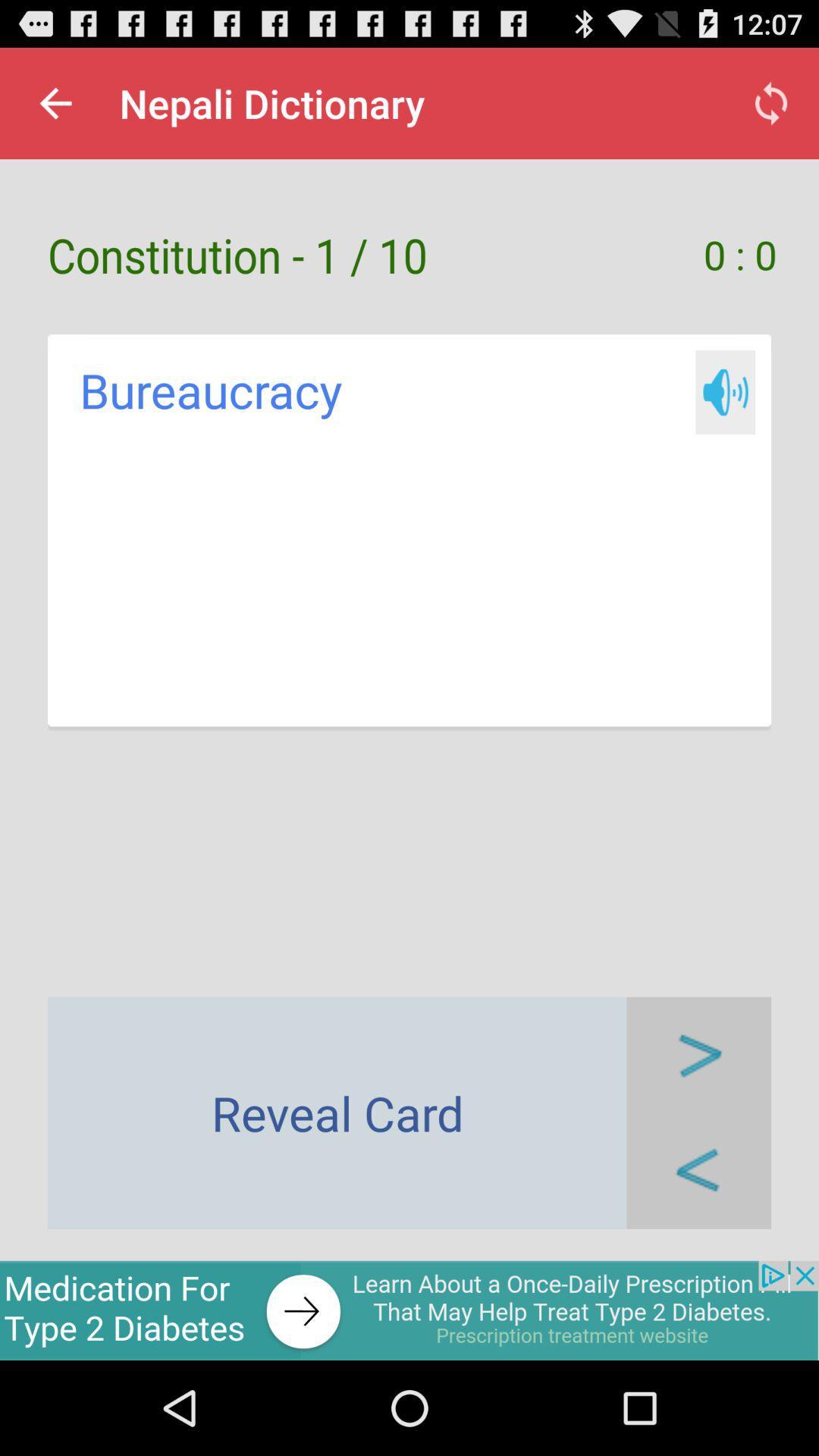  I want to click on next option, so click(698, 1054).